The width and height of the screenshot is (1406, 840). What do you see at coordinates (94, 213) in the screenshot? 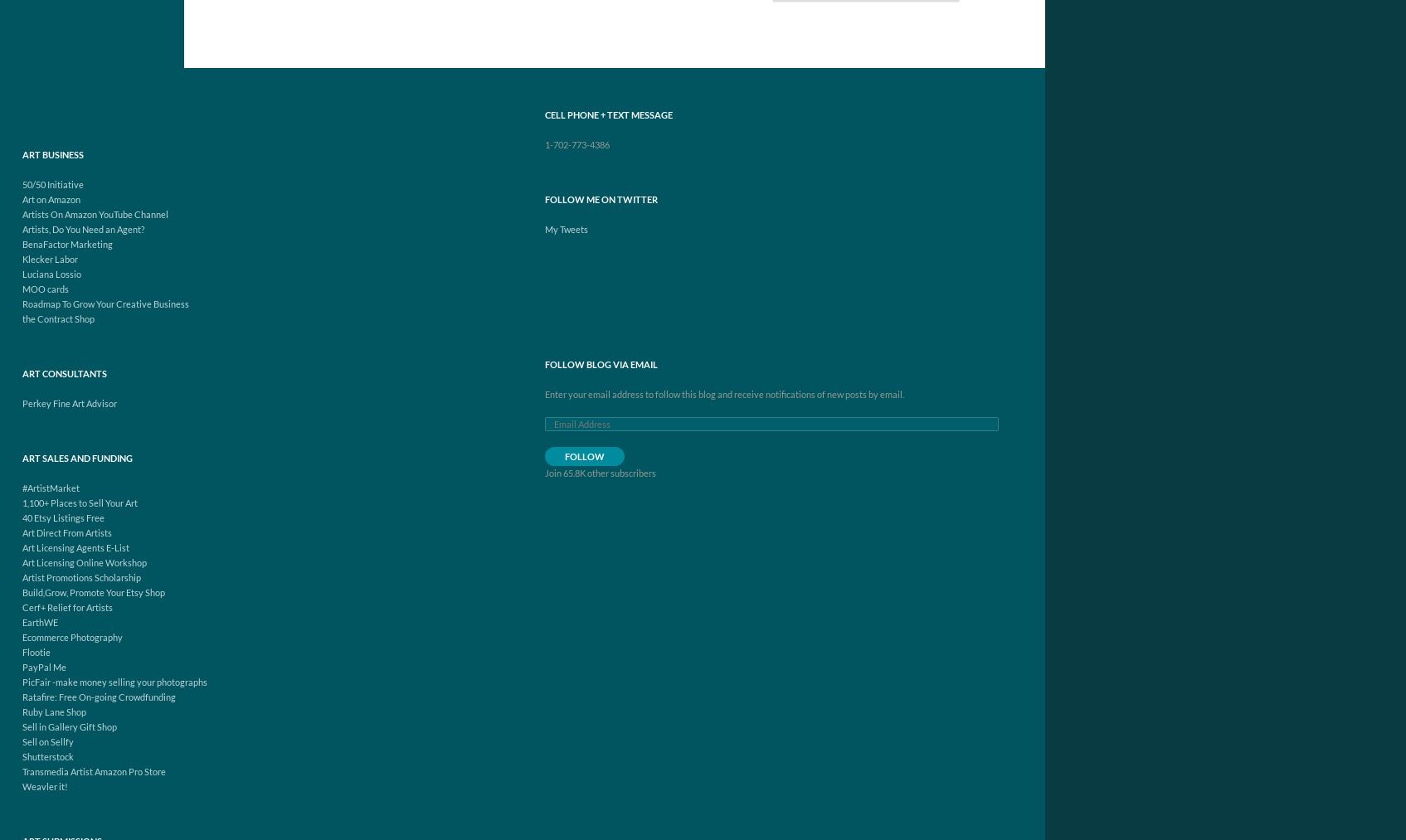
I see `'Artists On Amazon YouTube Channel'` at bounding box center [94, 213].